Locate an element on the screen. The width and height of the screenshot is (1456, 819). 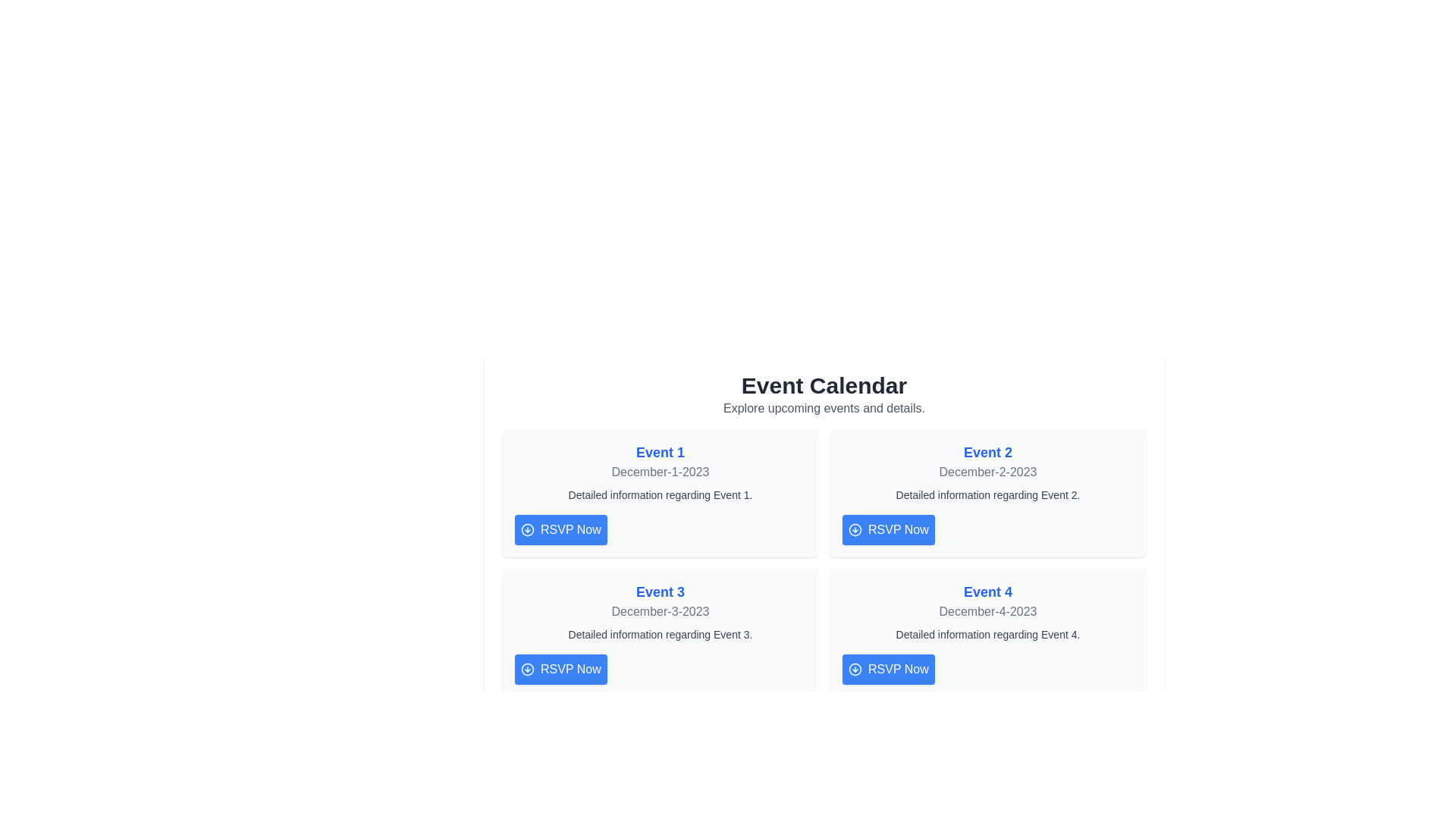
the RSVP button by clicking on the SVG circle graphic icon located at the center of the button labeled 'RSVP Now' in the top-left event card is located at coordinates (528, 529).